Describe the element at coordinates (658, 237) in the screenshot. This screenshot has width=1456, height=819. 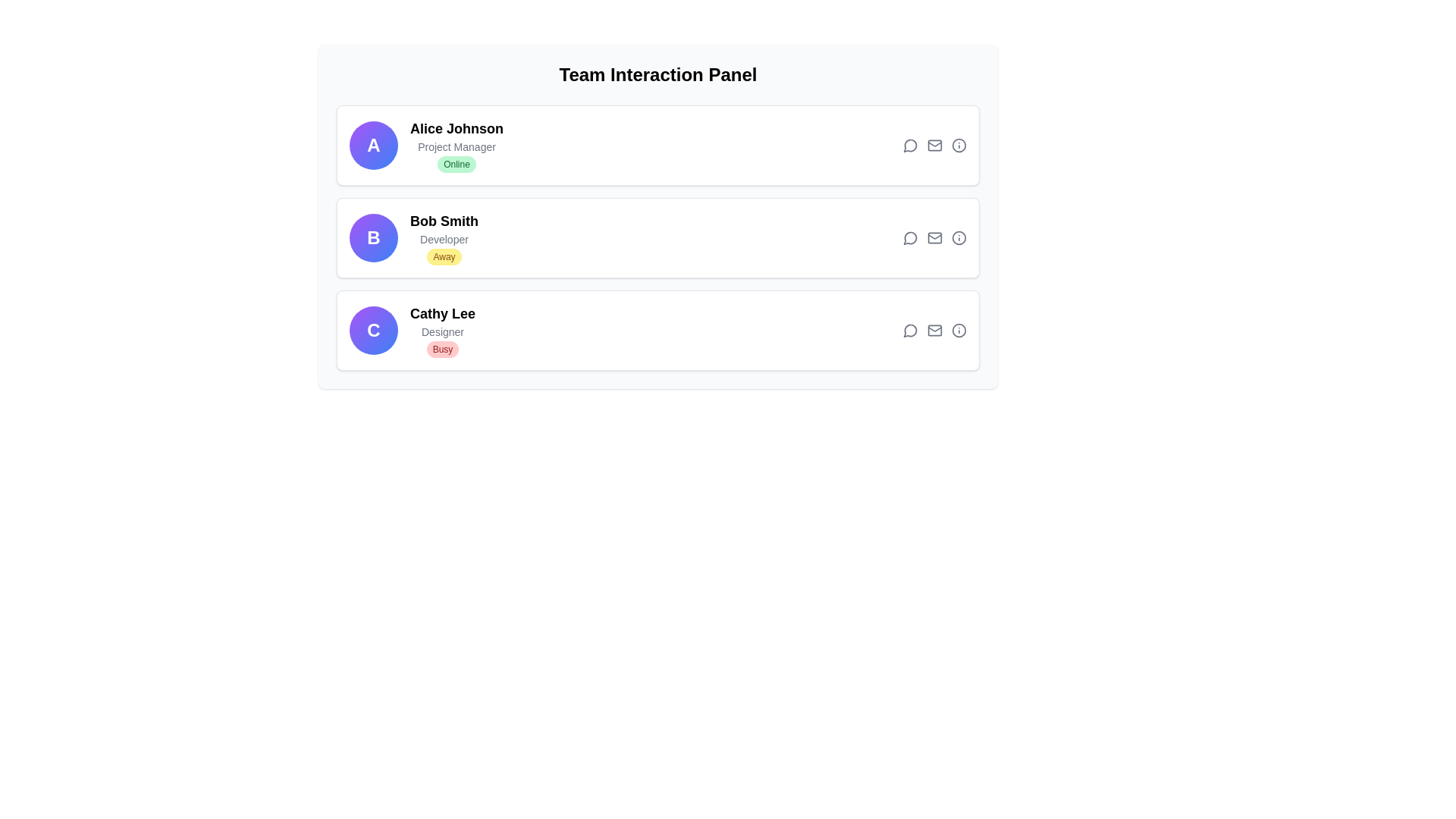
I see `the second contact card for 'Bob Smith' in the Team Interaction Panel` at that location.